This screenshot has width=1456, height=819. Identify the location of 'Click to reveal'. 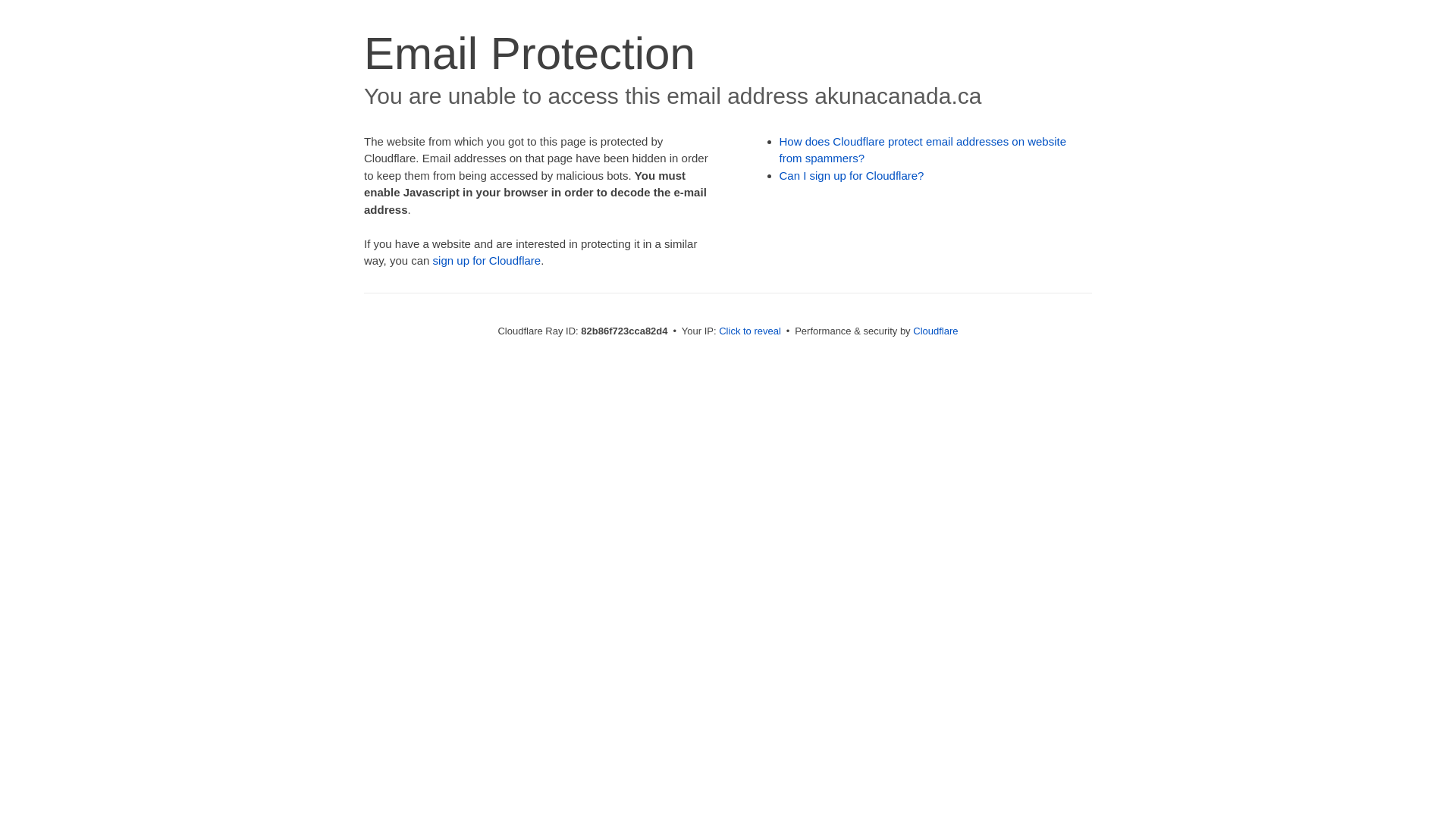
(749, 330).